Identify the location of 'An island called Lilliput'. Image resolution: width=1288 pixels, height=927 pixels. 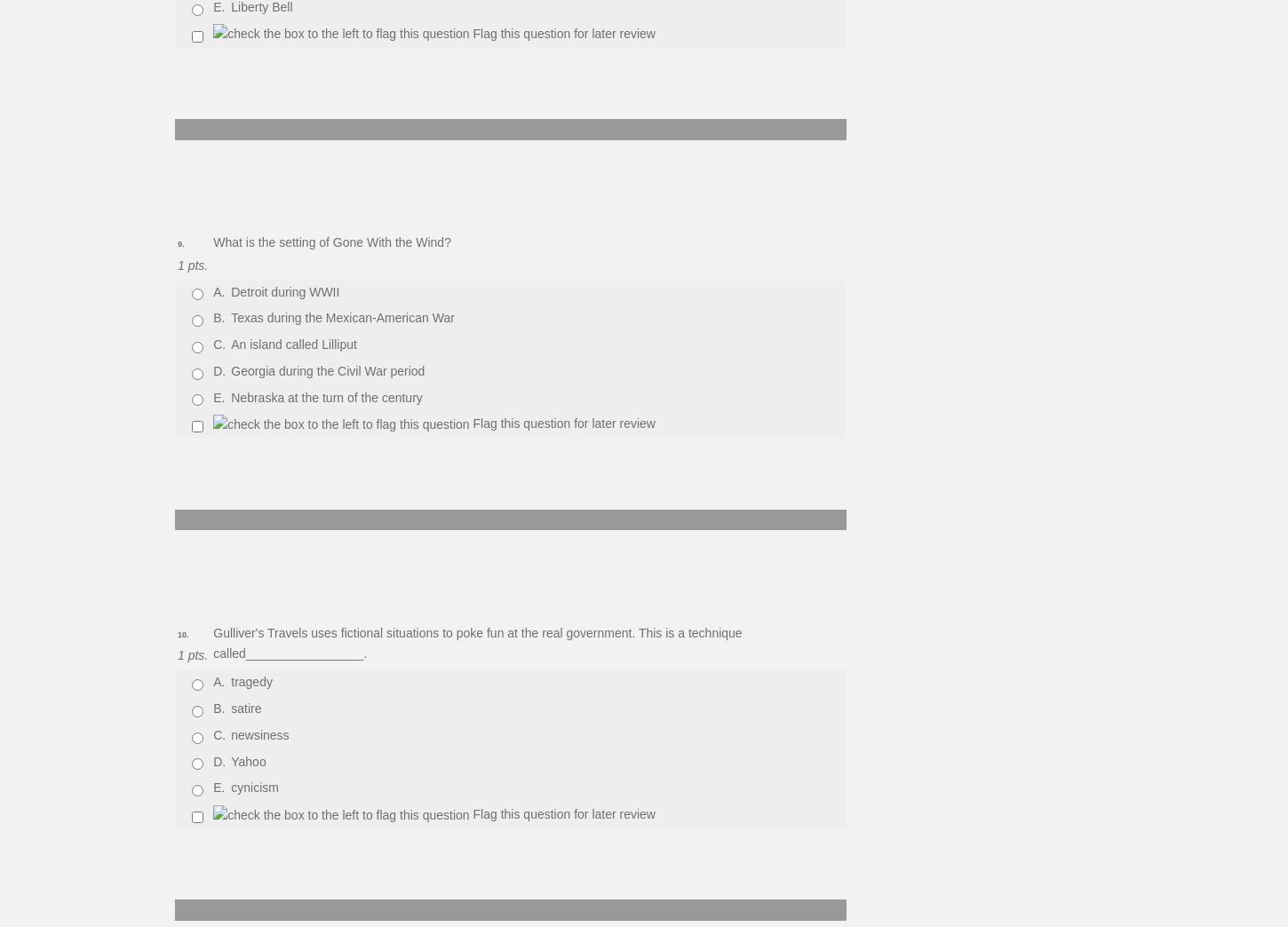
(293, 344).